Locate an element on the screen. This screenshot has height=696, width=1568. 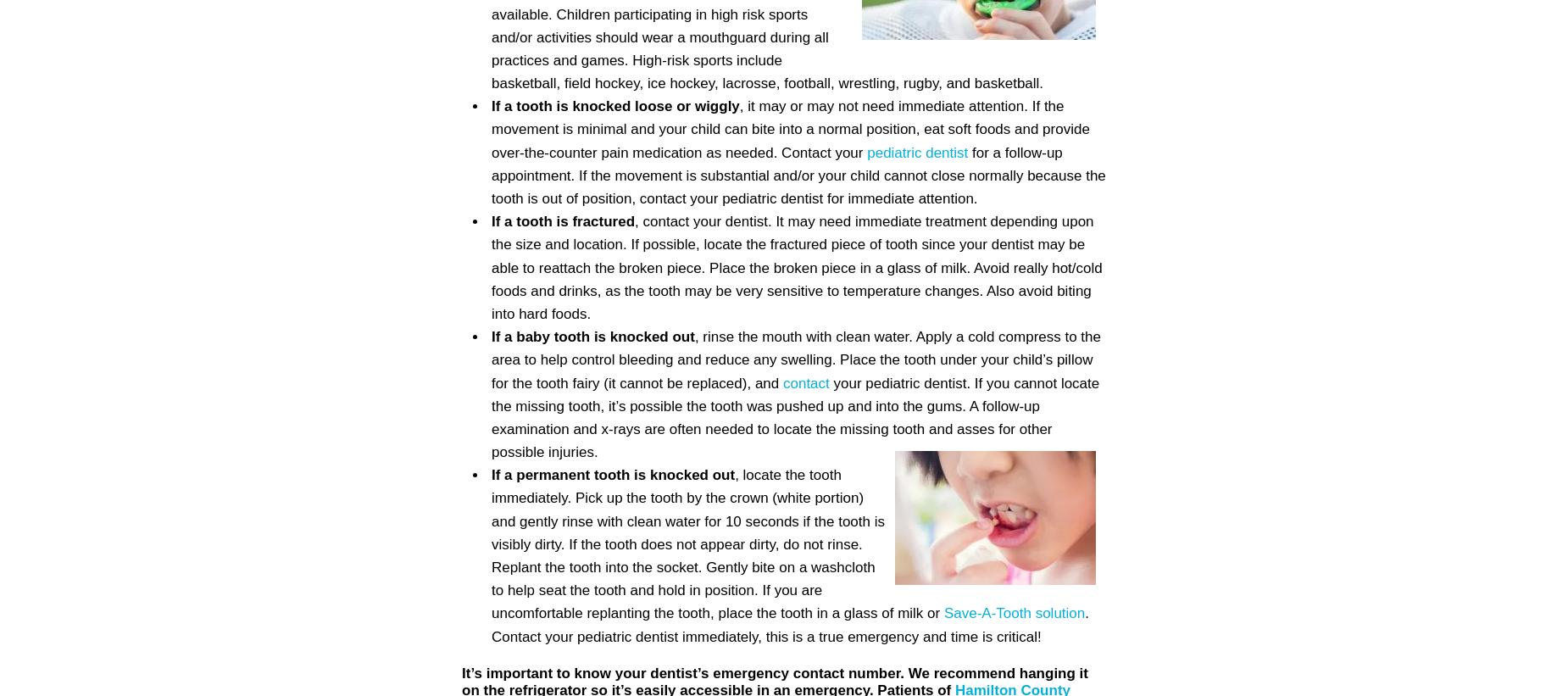
'contact' is located at coordinates (804, 382).